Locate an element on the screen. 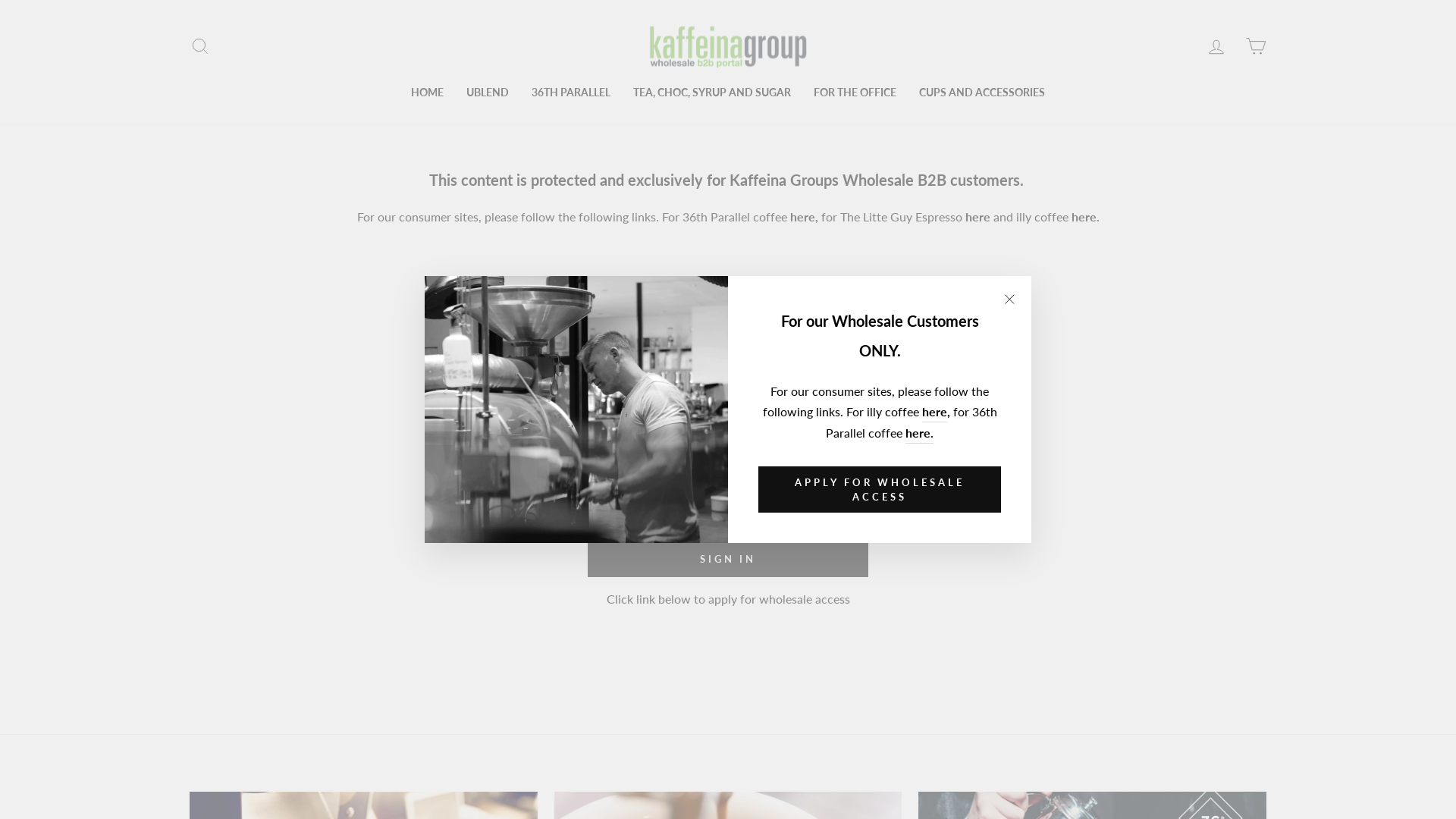 This screenshot has height=819, width=1456. '"Close (esc)"' is located at coordinates (1009, 298).